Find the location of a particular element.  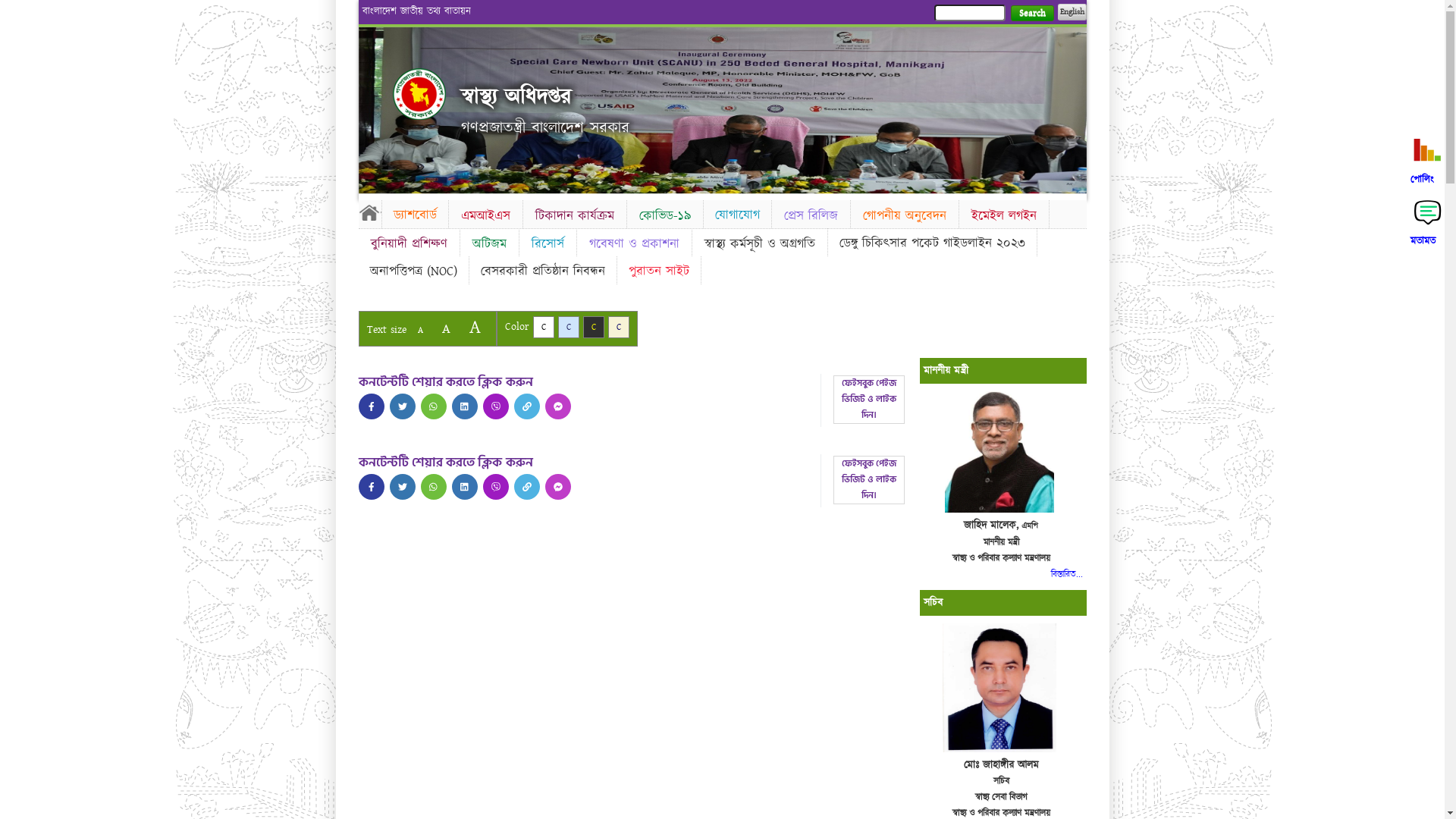

'A' is located at coordinates (419, 329).